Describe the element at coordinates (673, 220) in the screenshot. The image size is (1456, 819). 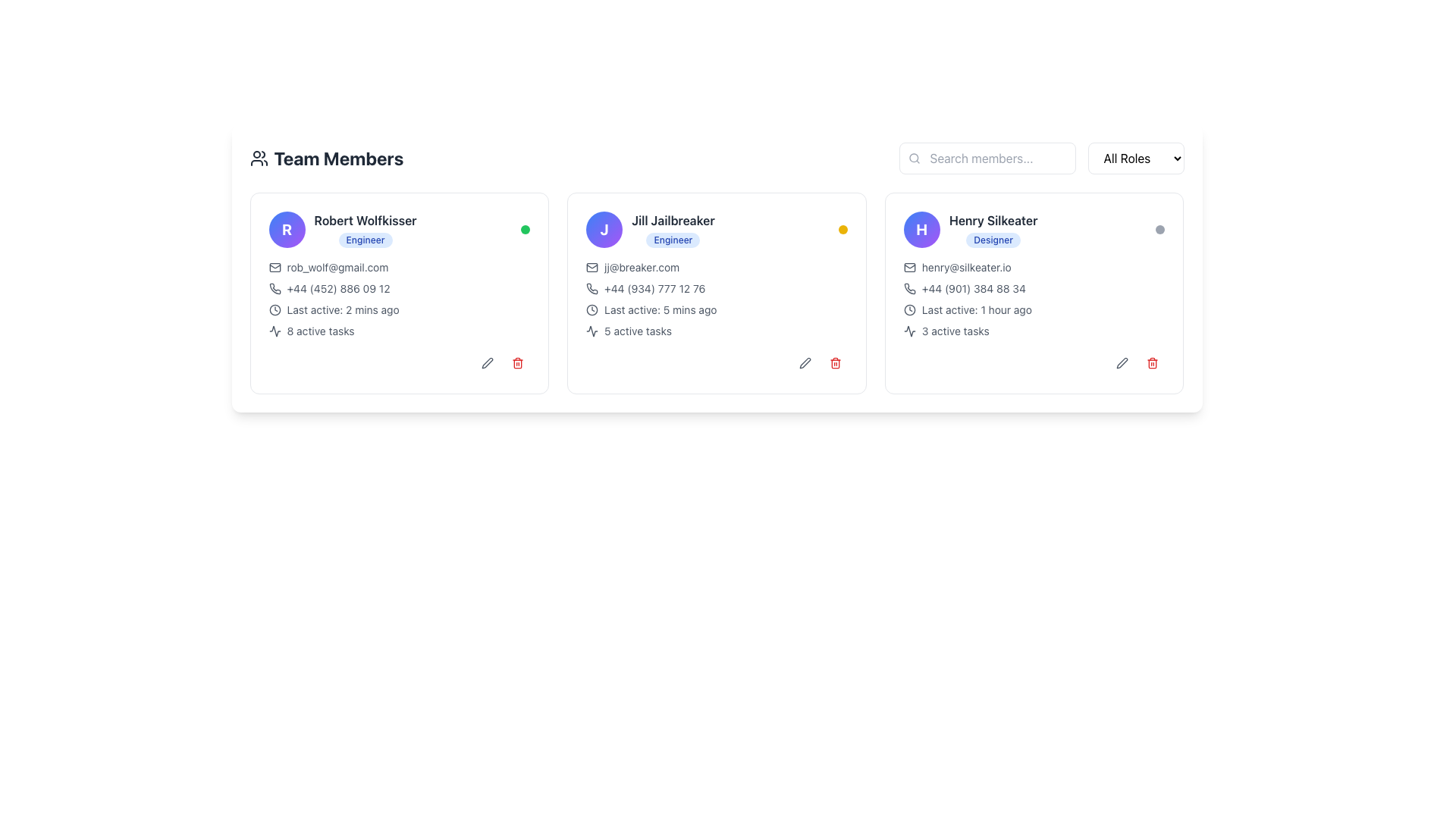
I see `the text label displaying 'Jill Jailbreaker', which is styled in bold and located at the top-left of the personal information card` at that location.